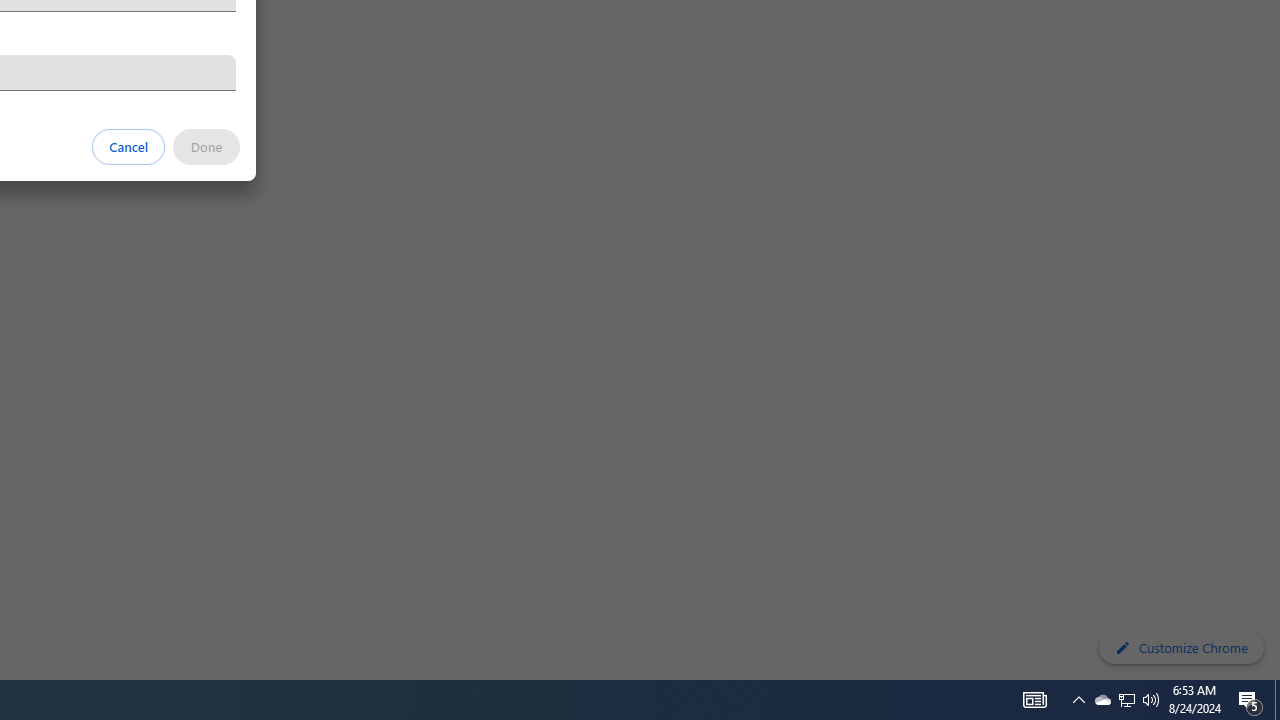 This screenshot has width=1280, height=720. I want to click on 'Cancel', so click(128, 145).